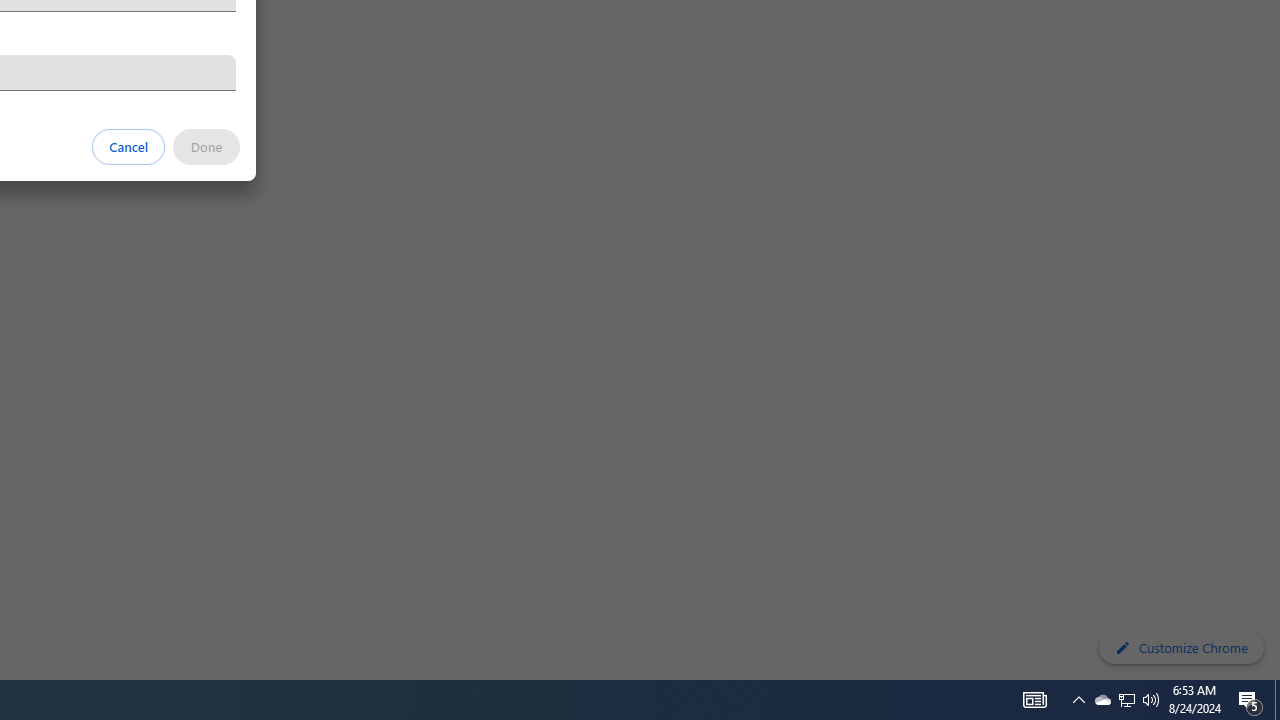 This screenshot has width=1280, height=720. I want to click on 'Cancel', so click(128, 145).